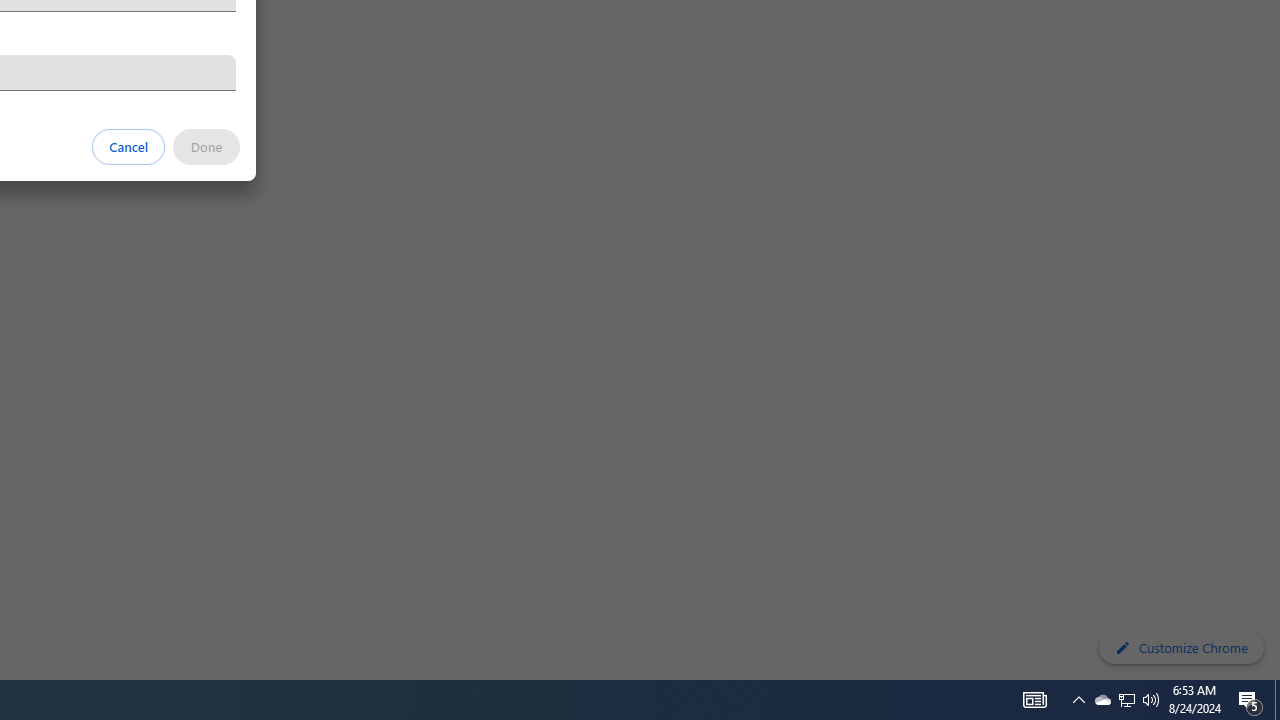 This screenshot has width=1280, height=720. I want to click on 'Cancel', so click(128, 145).